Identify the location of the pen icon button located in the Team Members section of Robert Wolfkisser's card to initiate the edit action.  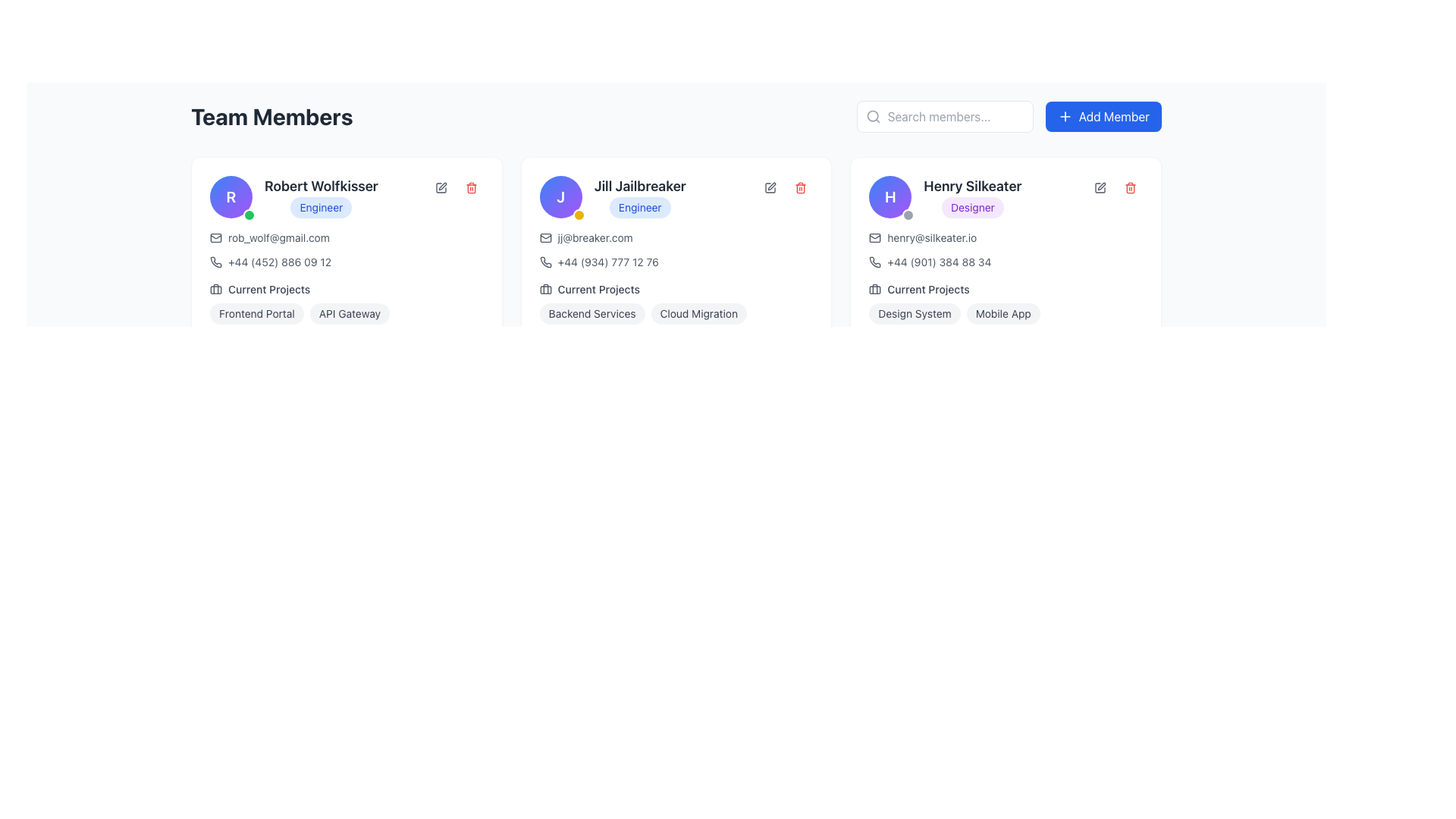
(440, 187).